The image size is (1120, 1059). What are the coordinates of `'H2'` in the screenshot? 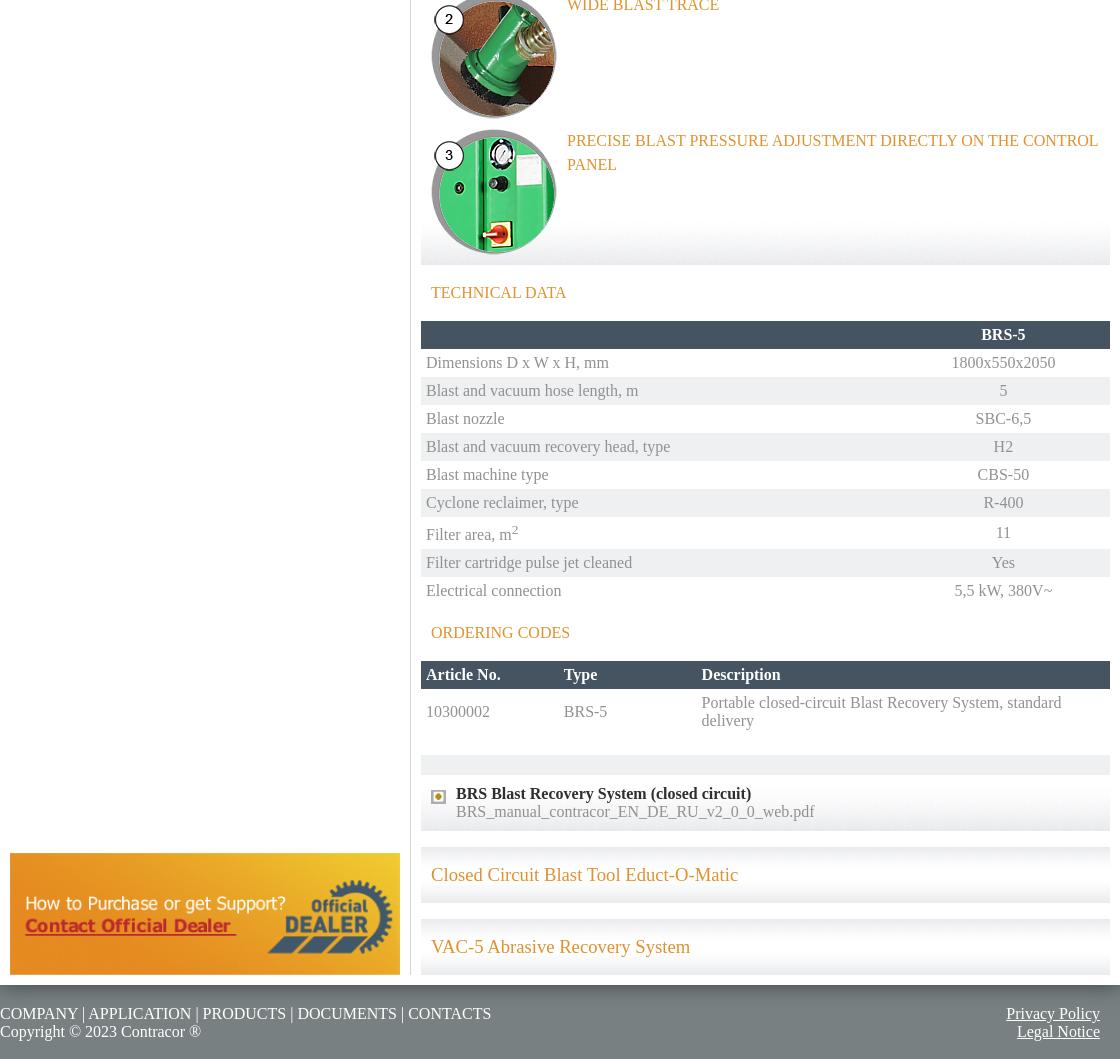 It's located at (992, 445).